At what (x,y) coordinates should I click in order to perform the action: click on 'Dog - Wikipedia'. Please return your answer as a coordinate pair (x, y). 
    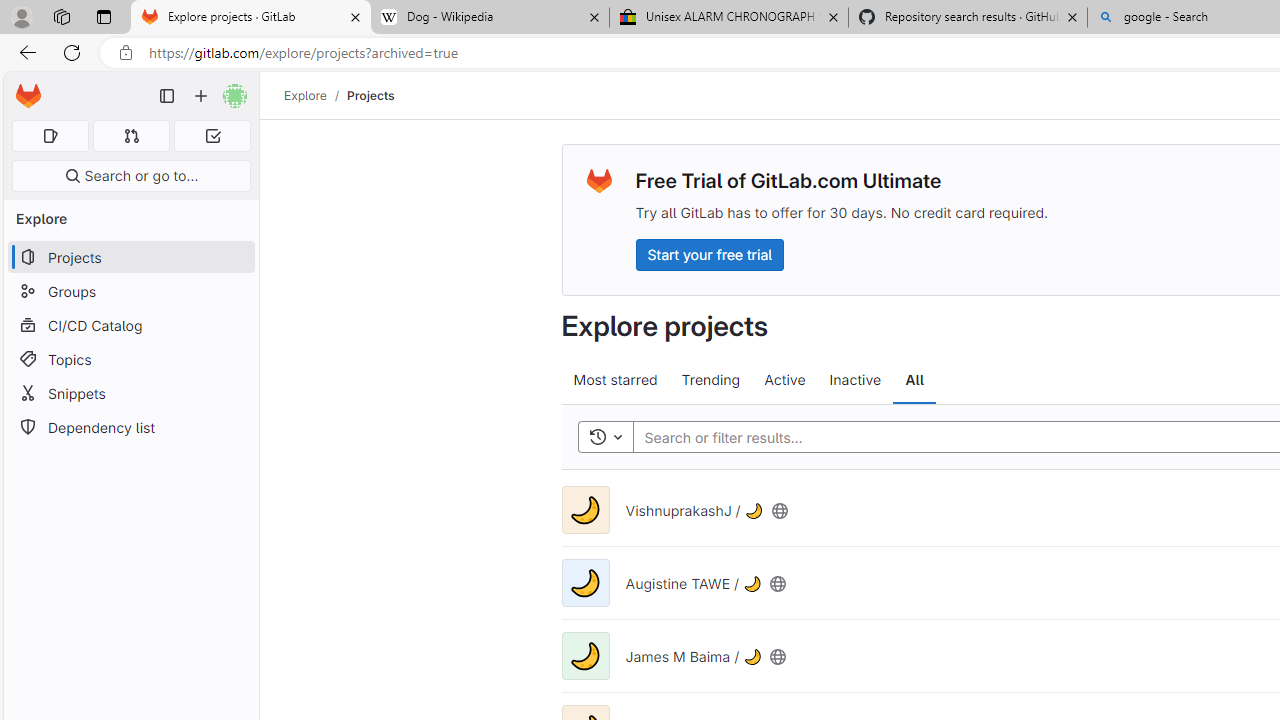
    Looking at the image, I should click on (490, 17).